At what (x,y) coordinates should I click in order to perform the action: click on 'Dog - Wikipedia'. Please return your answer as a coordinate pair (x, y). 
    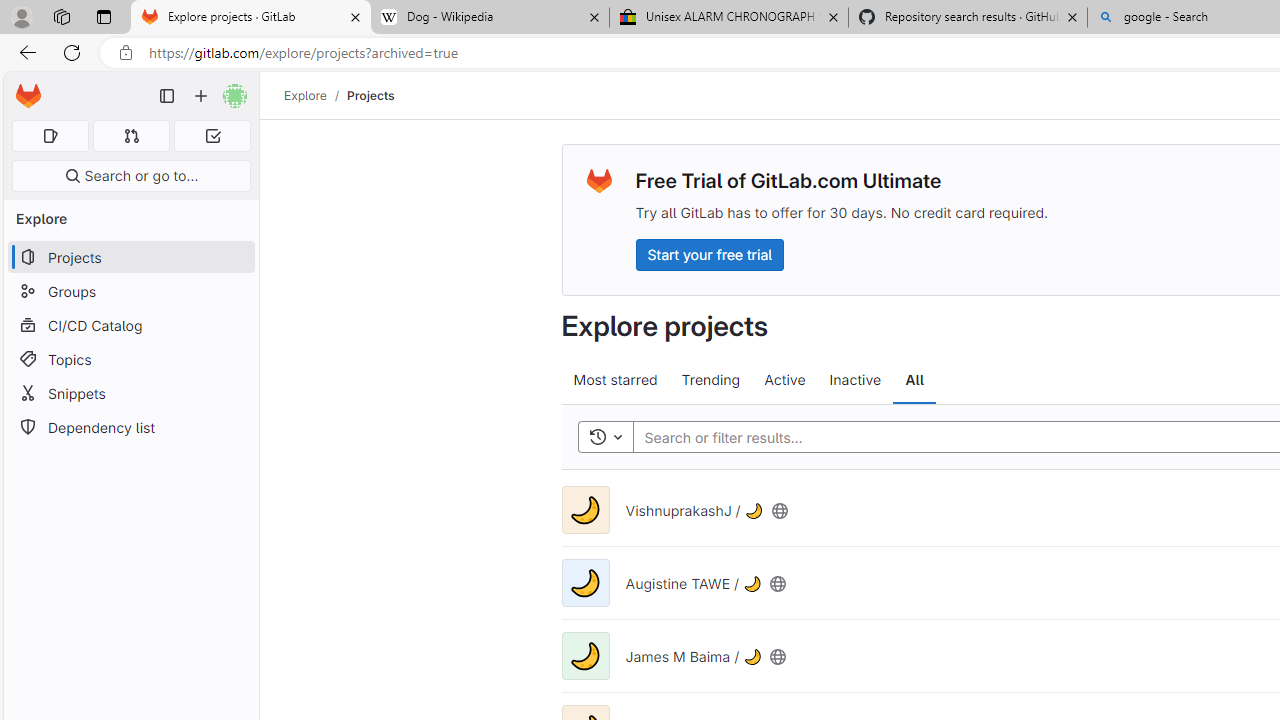
    Looking at the image, I should click on (490, 17).